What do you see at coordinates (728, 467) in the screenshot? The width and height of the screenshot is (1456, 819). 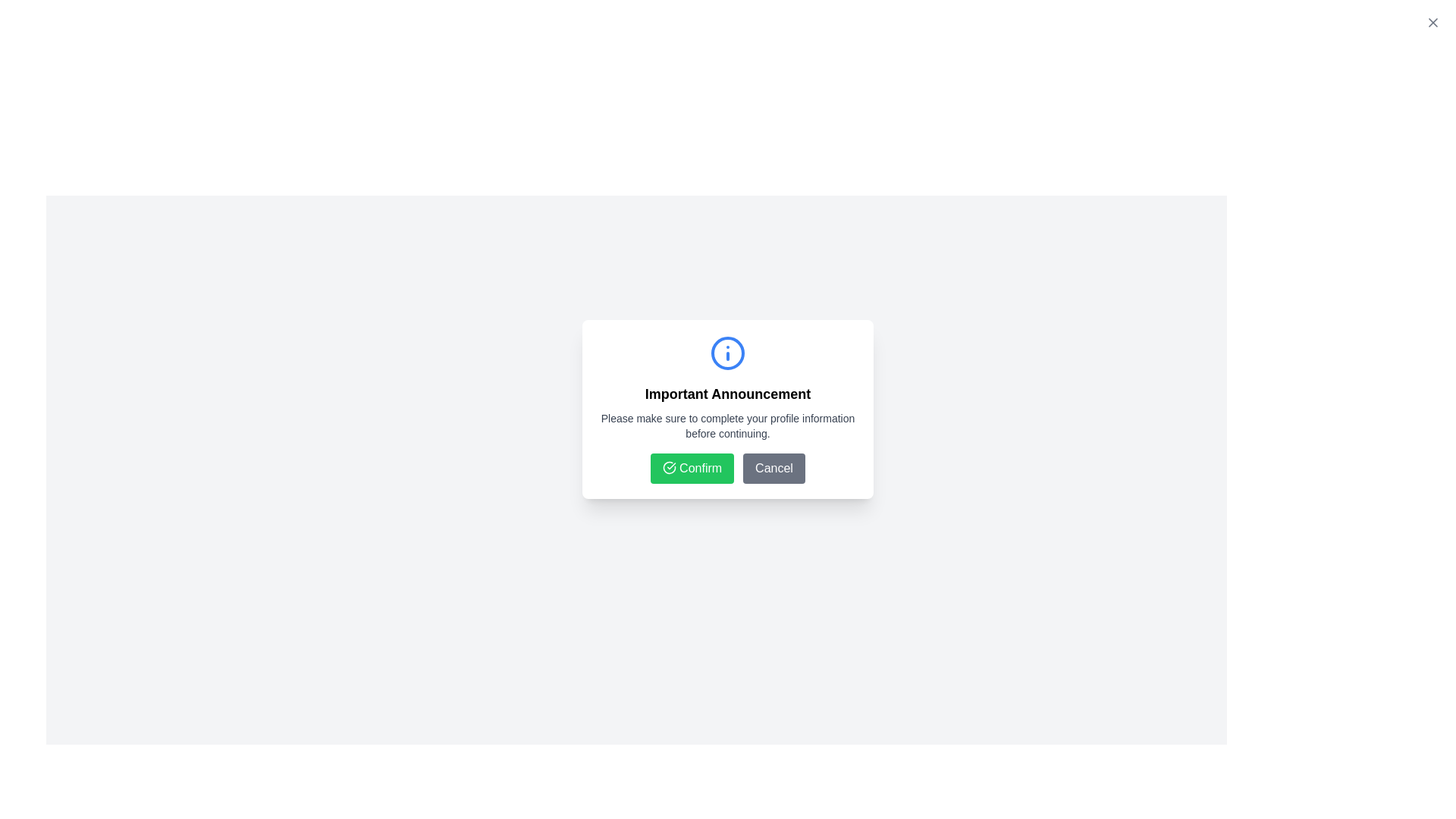 I see `the 'Confirm' button located at the bottom center of the dialog box for the 'Important Announcement' to proceed with the action` at bounding box center [728, 467].